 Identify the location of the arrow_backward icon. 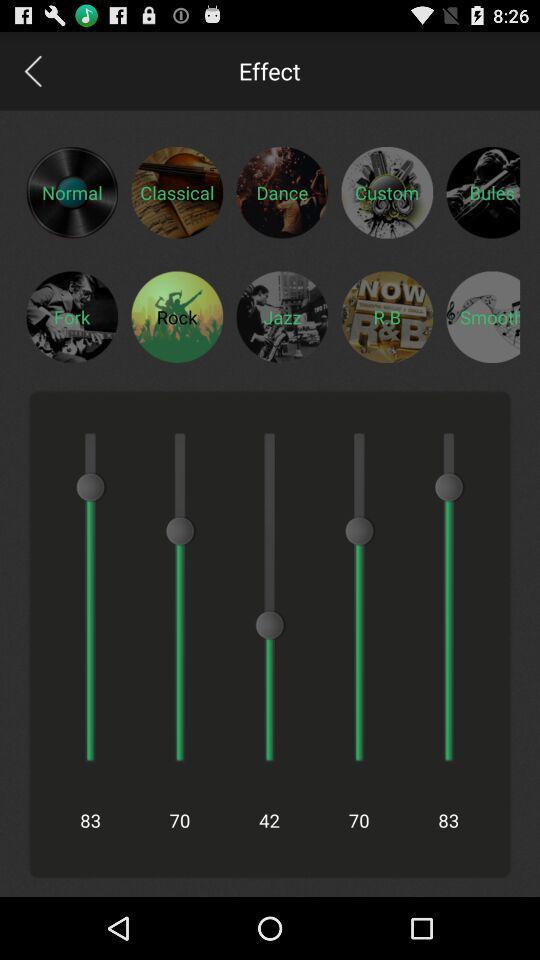
(31, 75).